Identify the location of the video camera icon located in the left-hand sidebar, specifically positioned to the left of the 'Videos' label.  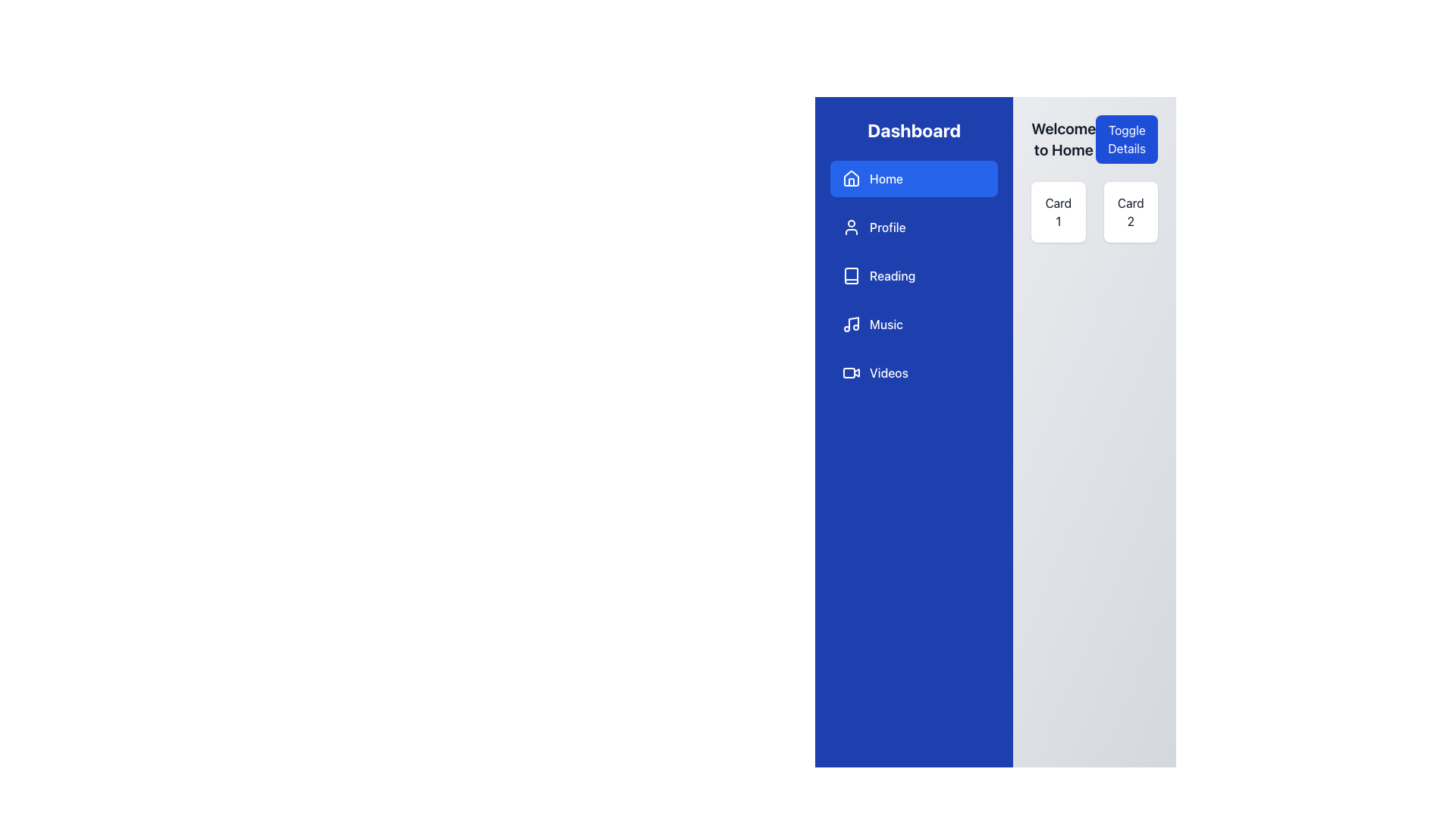
(852, 373).